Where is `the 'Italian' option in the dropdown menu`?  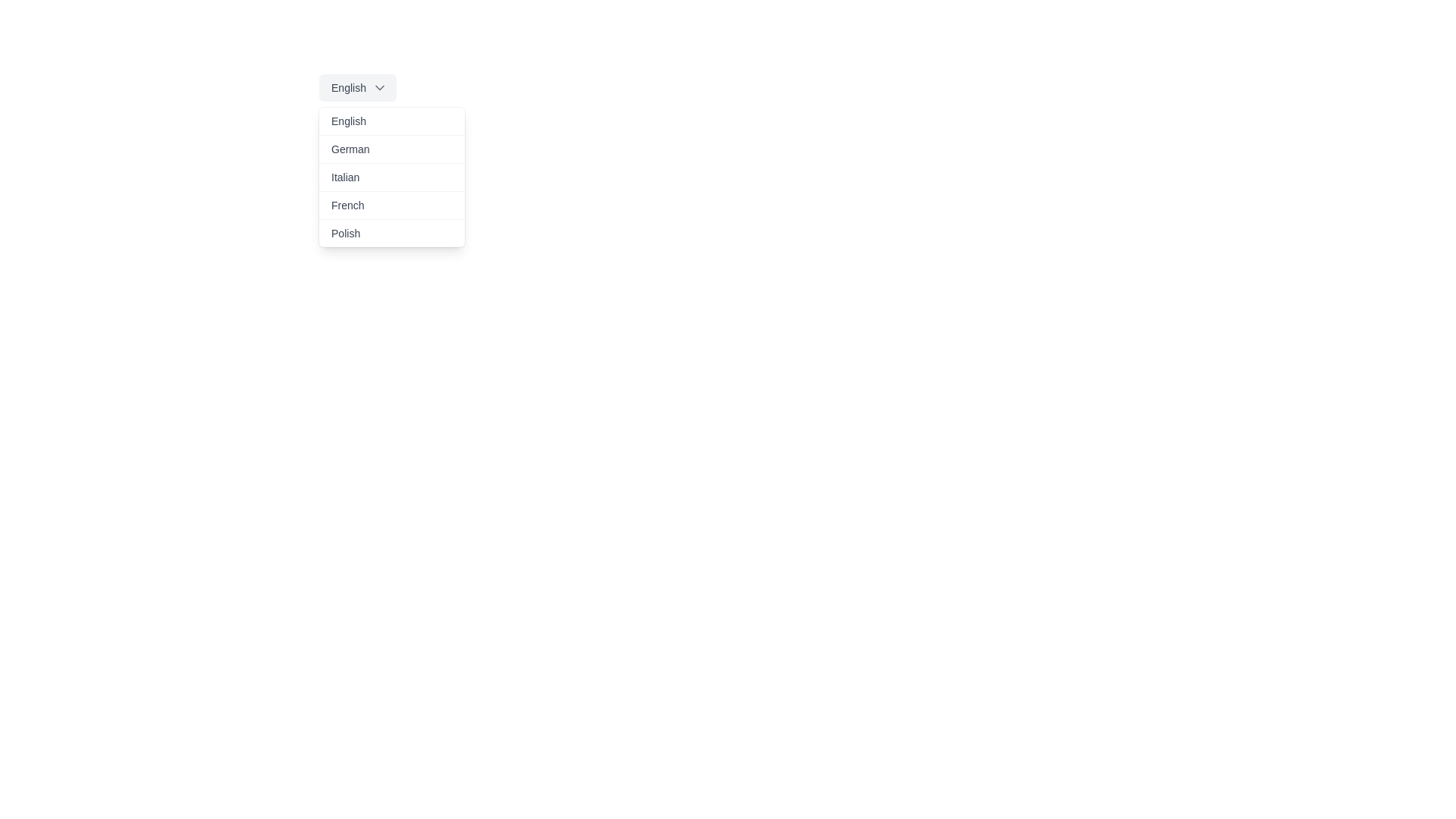 the 'Italian' option in the dropdown menu is located at coordinates (392, 177).